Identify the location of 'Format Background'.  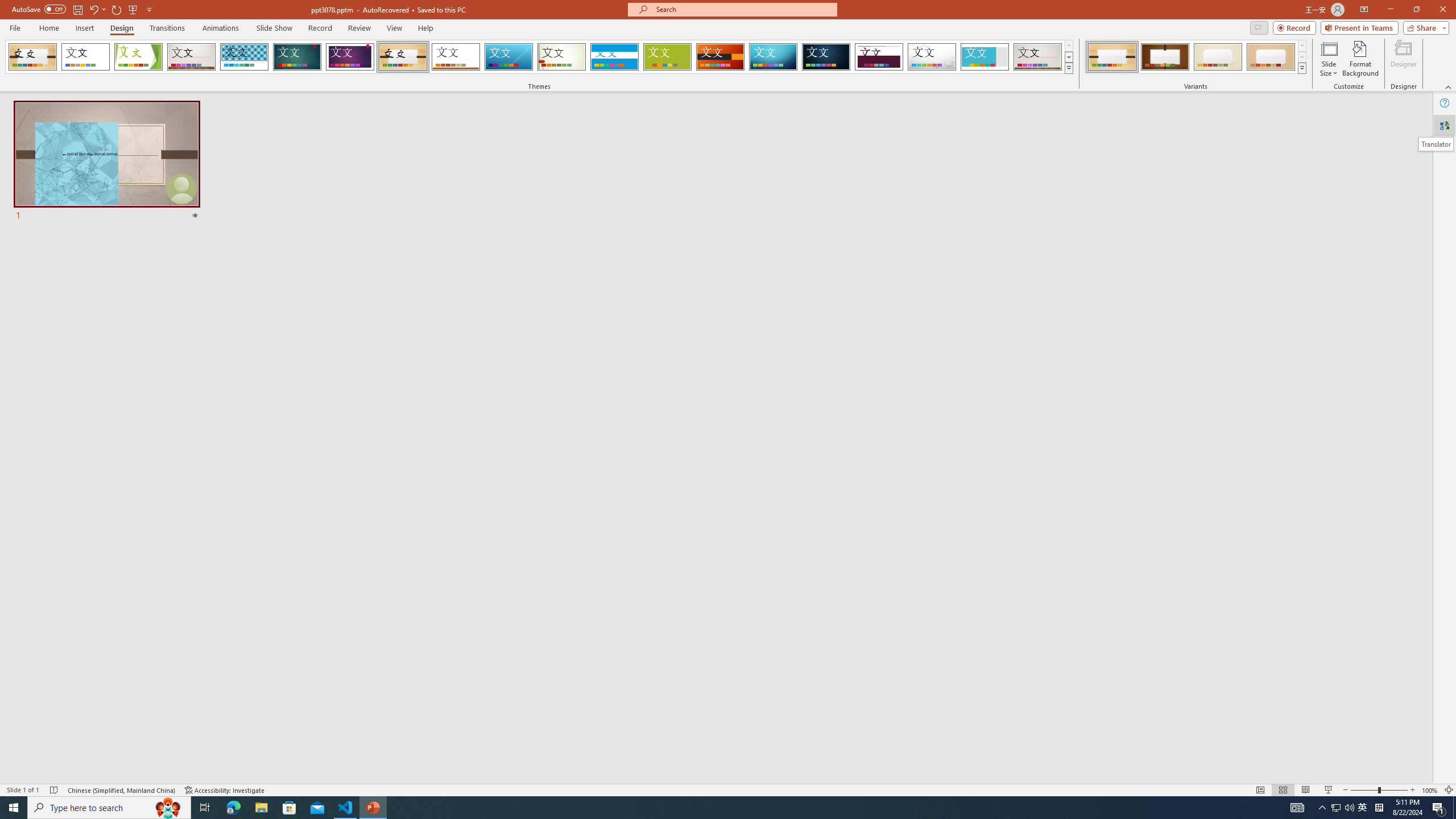
(1360, 59).